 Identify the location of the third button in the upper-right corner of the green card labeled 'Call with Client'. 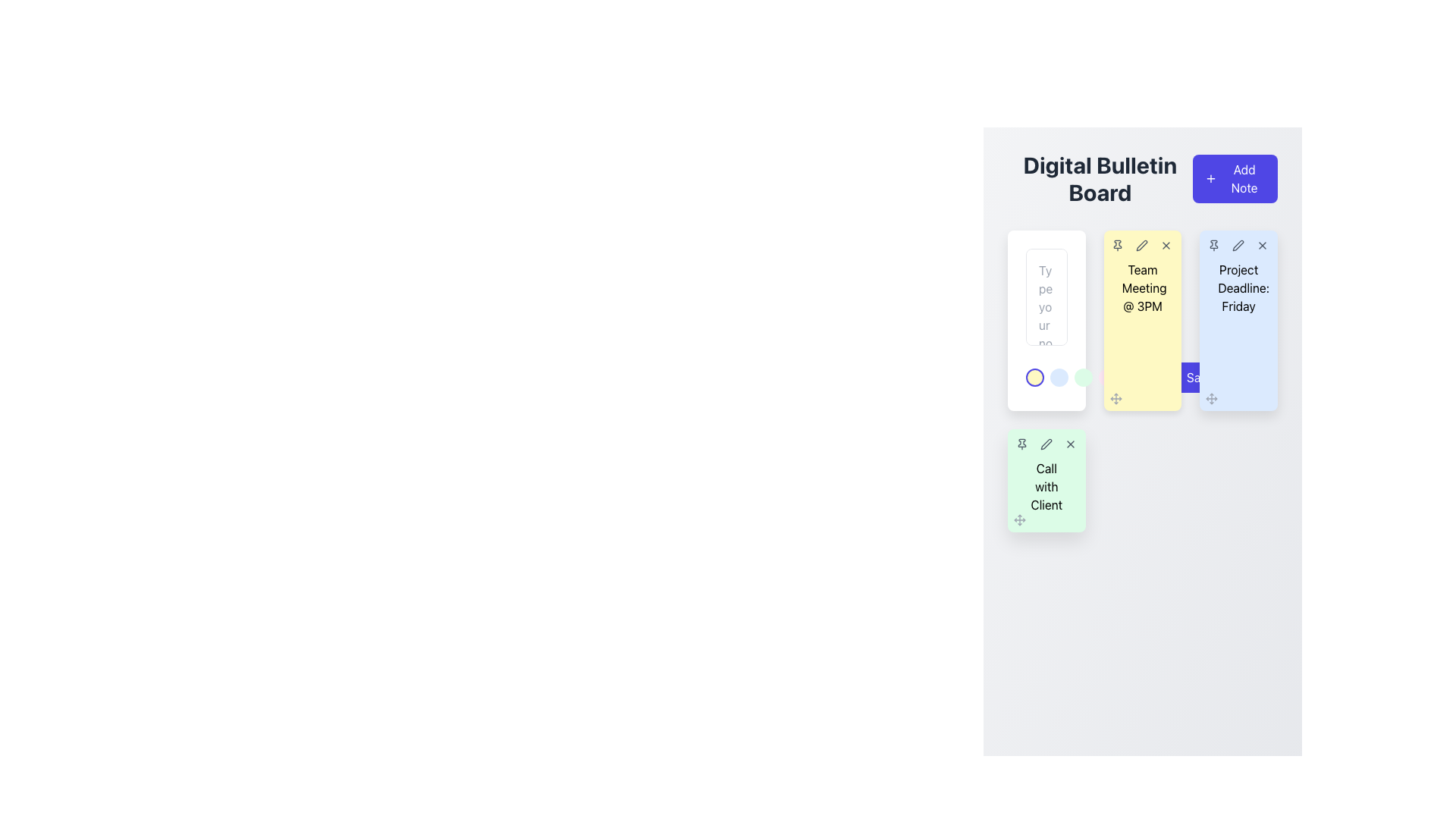
(1069, 444).